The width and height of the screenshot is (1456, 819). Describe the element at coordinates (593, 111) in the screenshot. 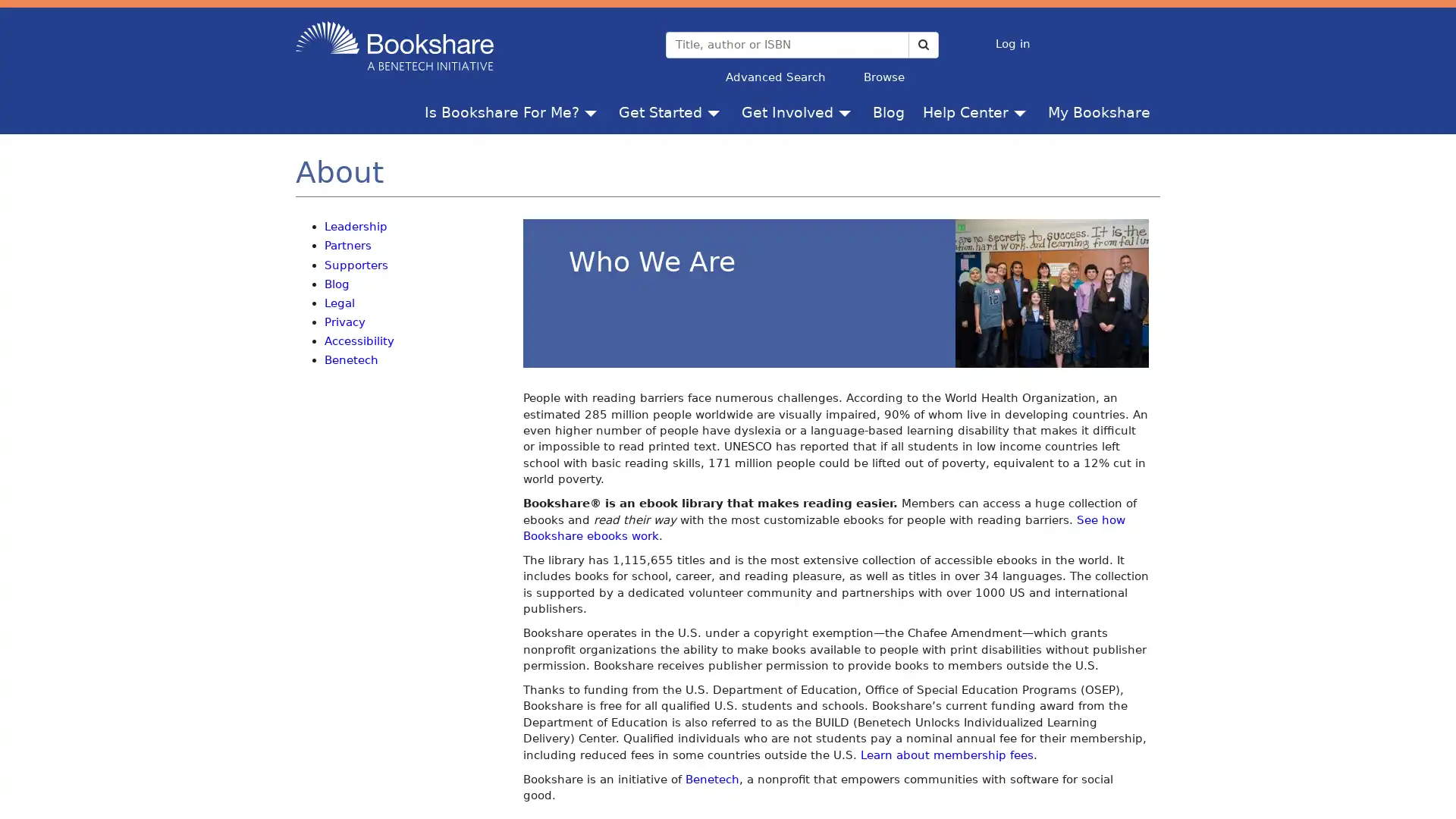

I see `Is Bookshare For Me? menu` at that location.